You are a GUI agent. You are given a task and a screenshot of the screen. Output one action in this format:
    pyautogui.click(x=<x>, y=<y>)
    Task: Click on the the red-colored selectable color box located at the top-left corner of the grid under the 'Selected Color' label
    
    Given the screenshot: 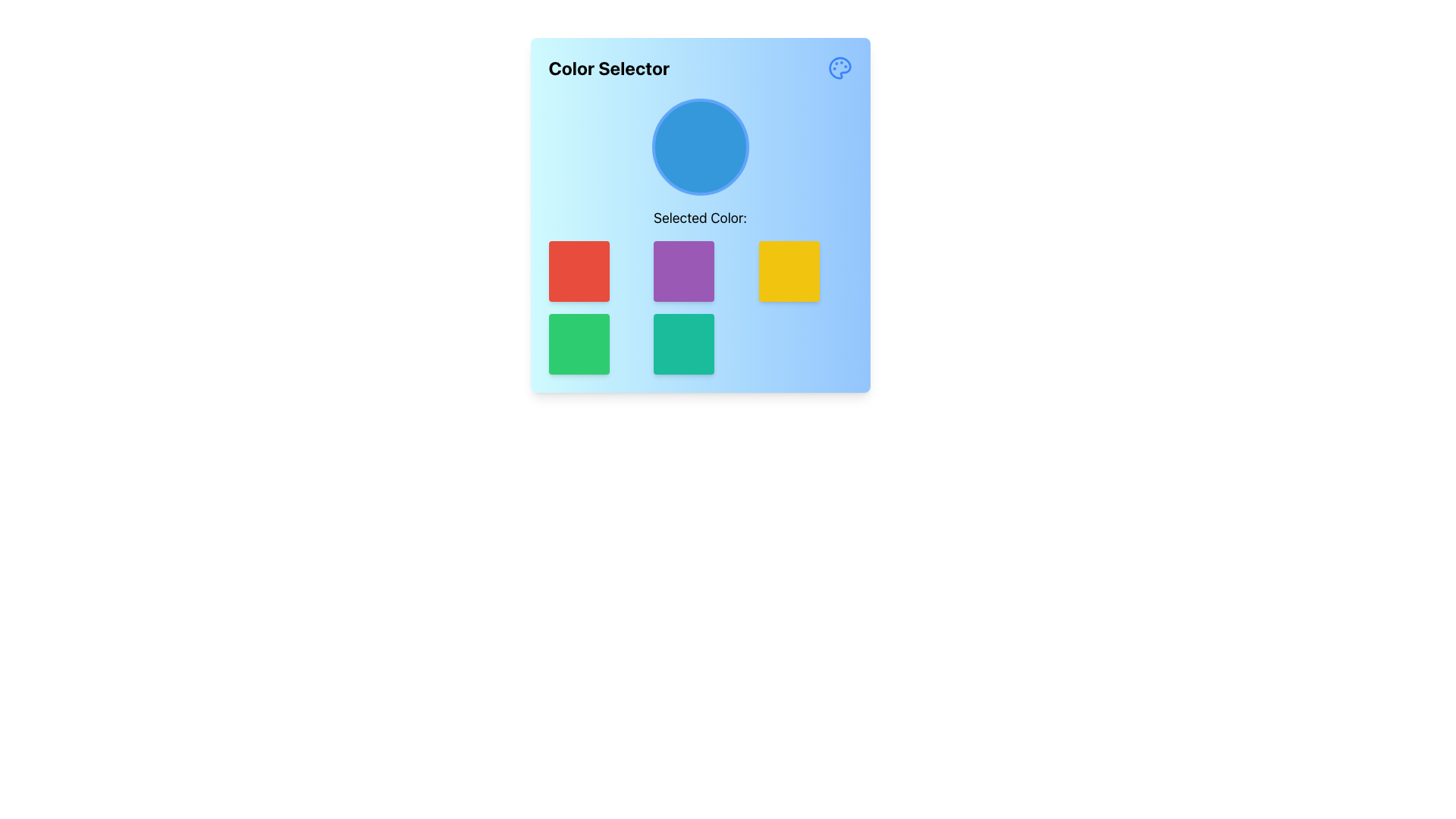 What is the action you would take?
    pyautogui.click(x=594, y=271)
    